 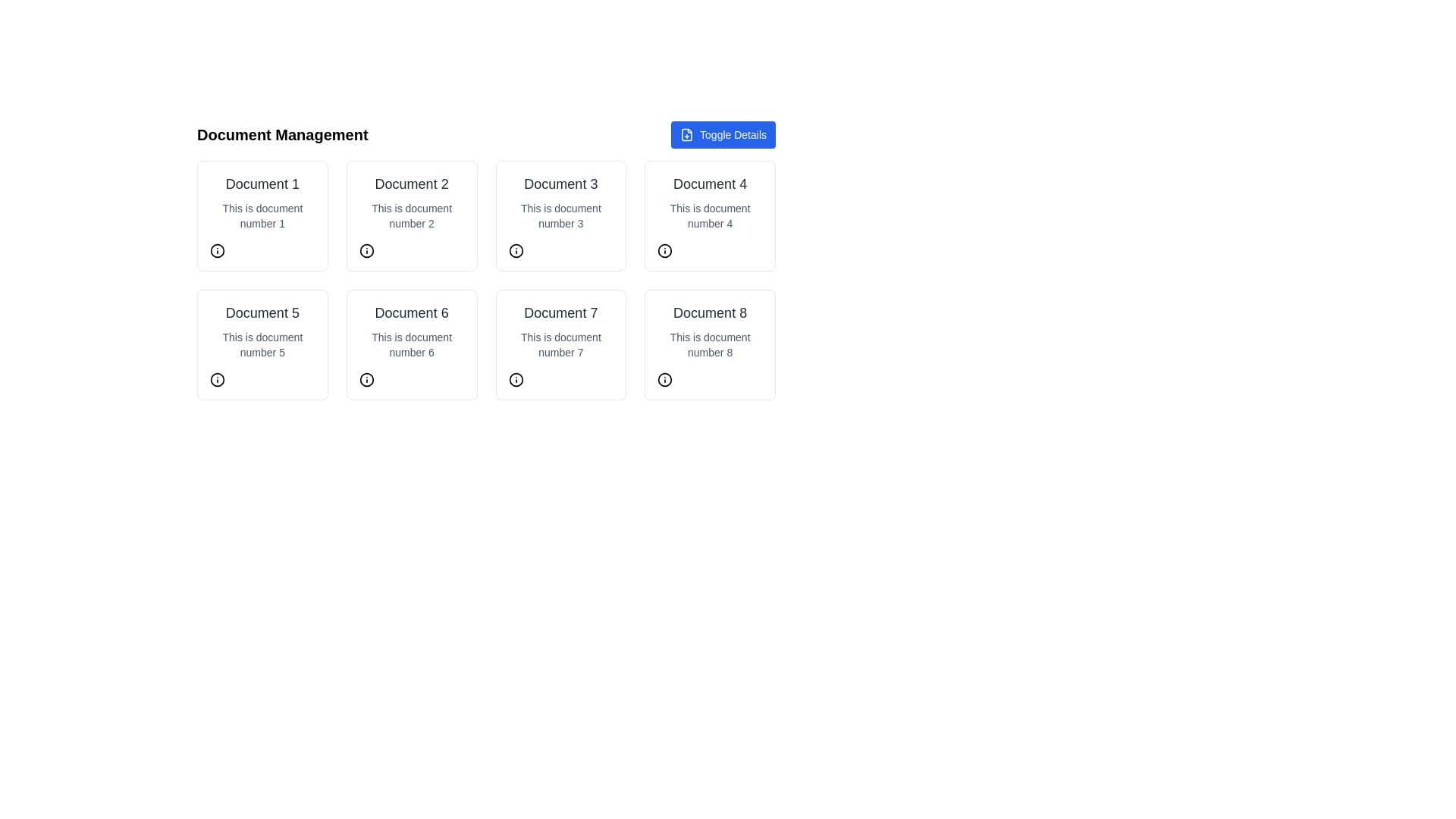 I want to click on the first card, so click(x=262, y=216).